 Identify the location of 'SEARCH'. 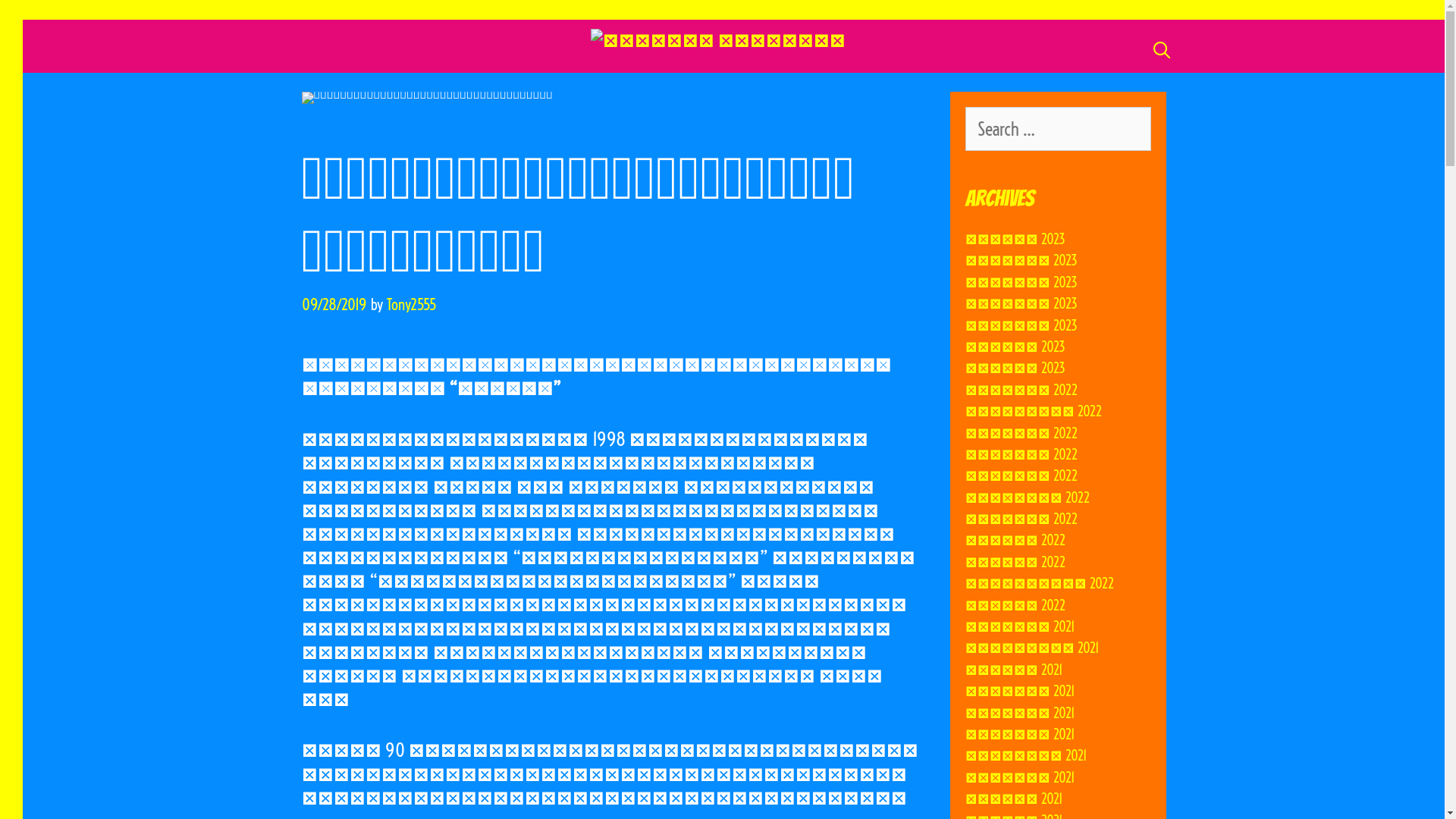
(1160, 49).